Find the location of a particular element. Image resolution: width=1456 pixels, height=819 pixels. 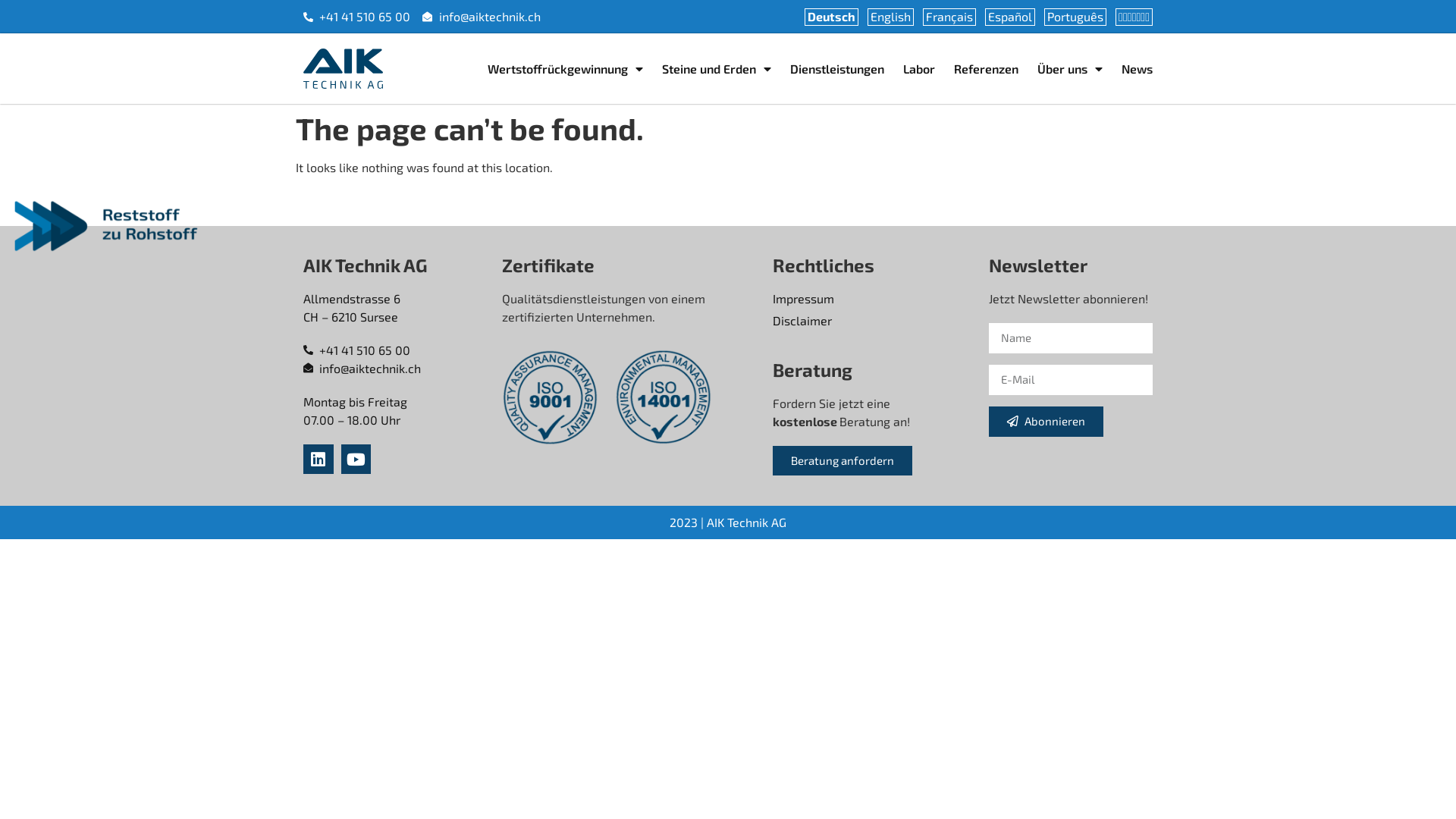

'Impressum' is located at coordinates (772, 298).